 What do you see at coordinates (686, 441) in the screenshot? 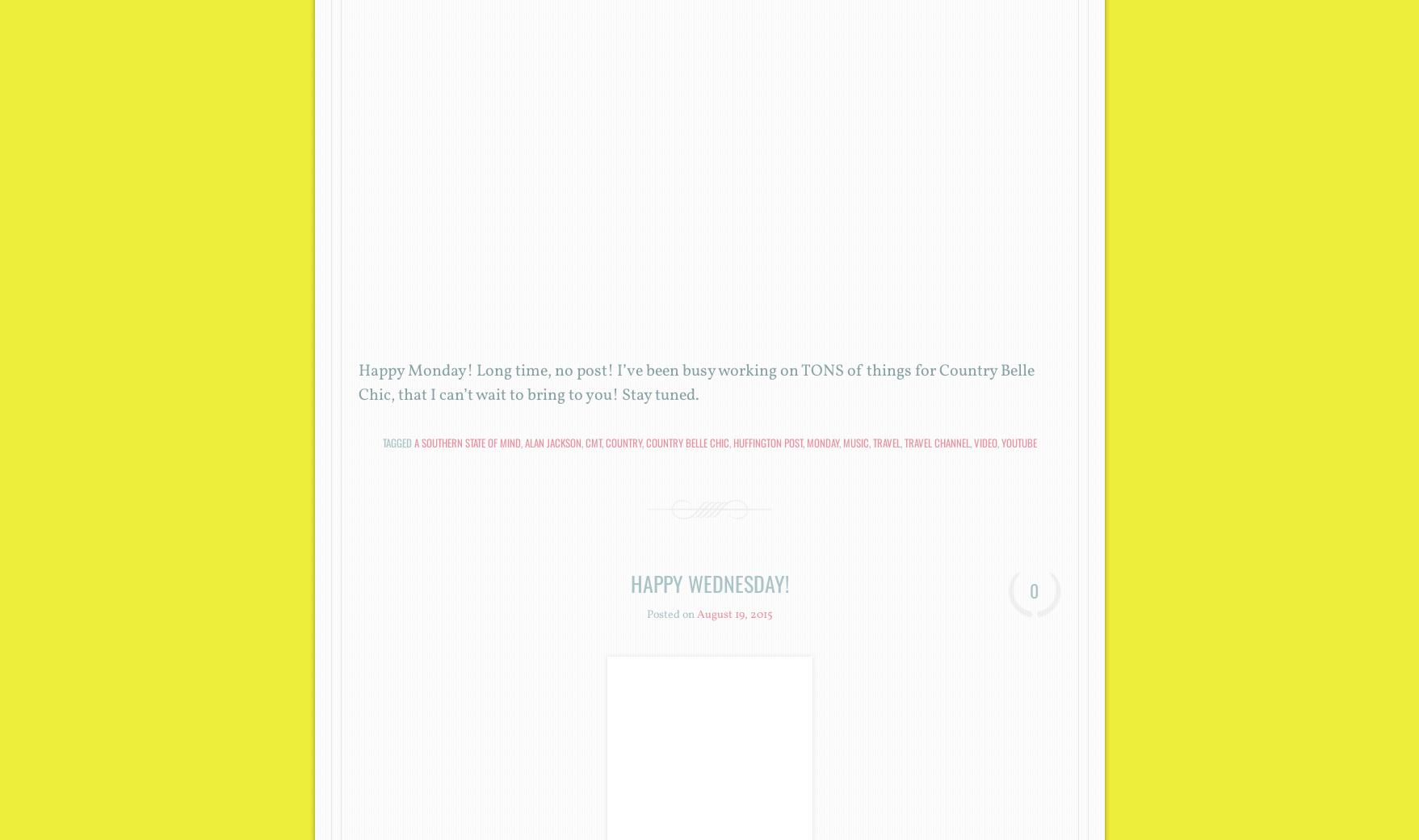
I see `'country belle chic'` at bounding box center [686, 441].